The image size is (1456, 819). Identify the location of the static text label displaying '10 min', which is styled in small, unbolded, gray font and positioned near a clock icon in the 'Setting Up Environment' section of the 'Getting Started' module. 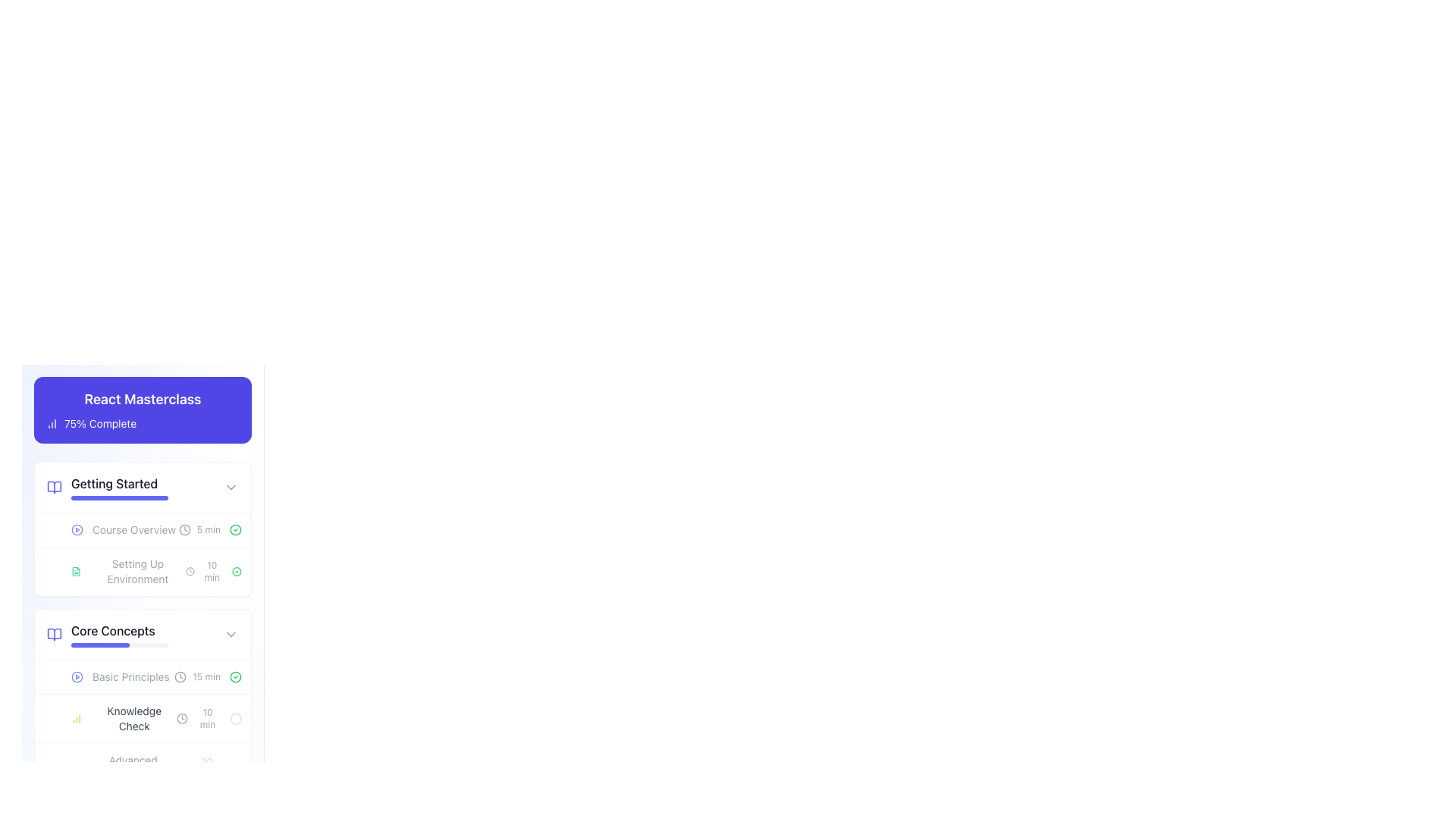
(211, 571).